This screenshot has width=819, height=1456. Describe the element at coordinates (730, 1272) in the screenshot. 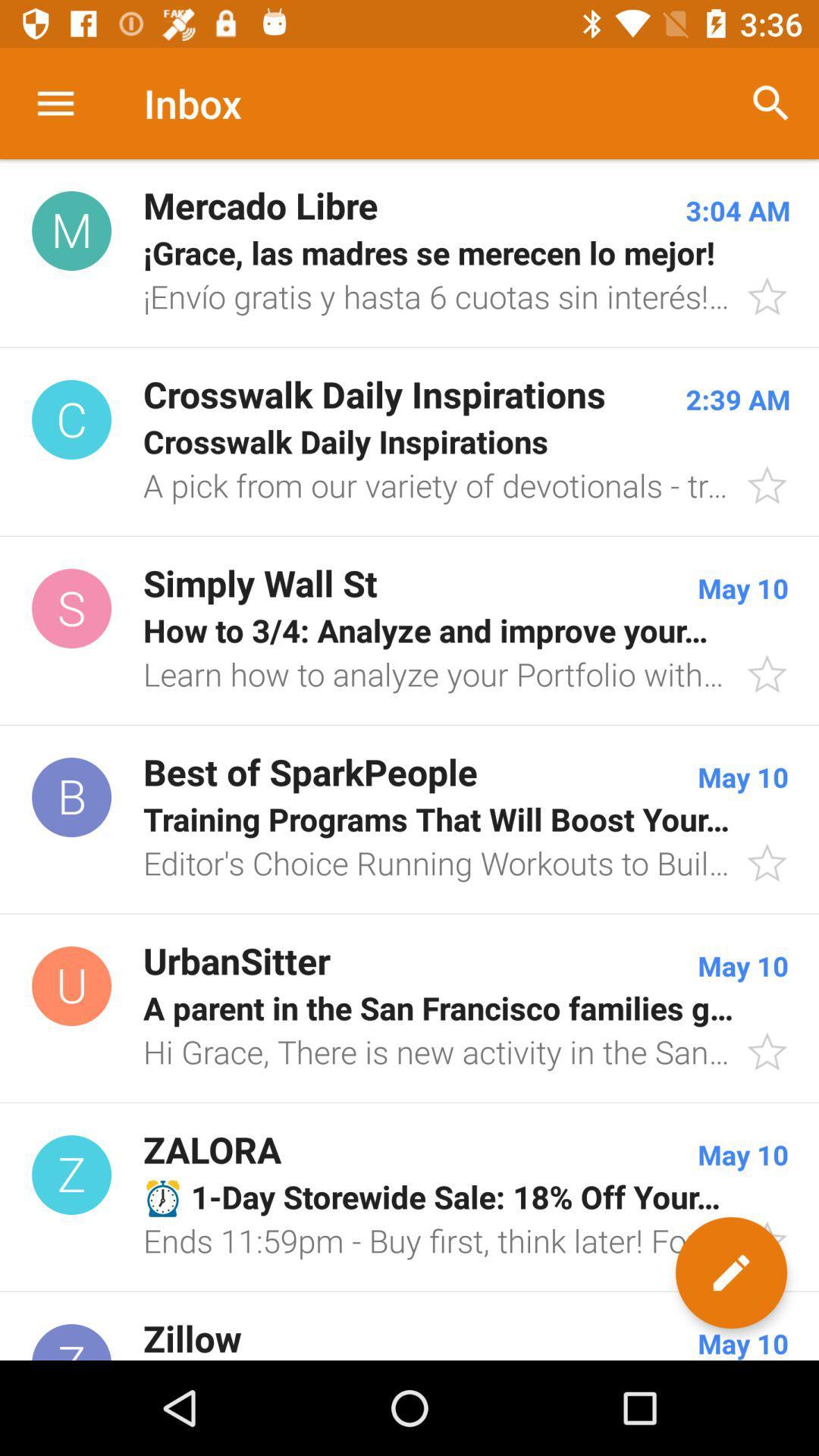

I see `the edit icon` at that location.